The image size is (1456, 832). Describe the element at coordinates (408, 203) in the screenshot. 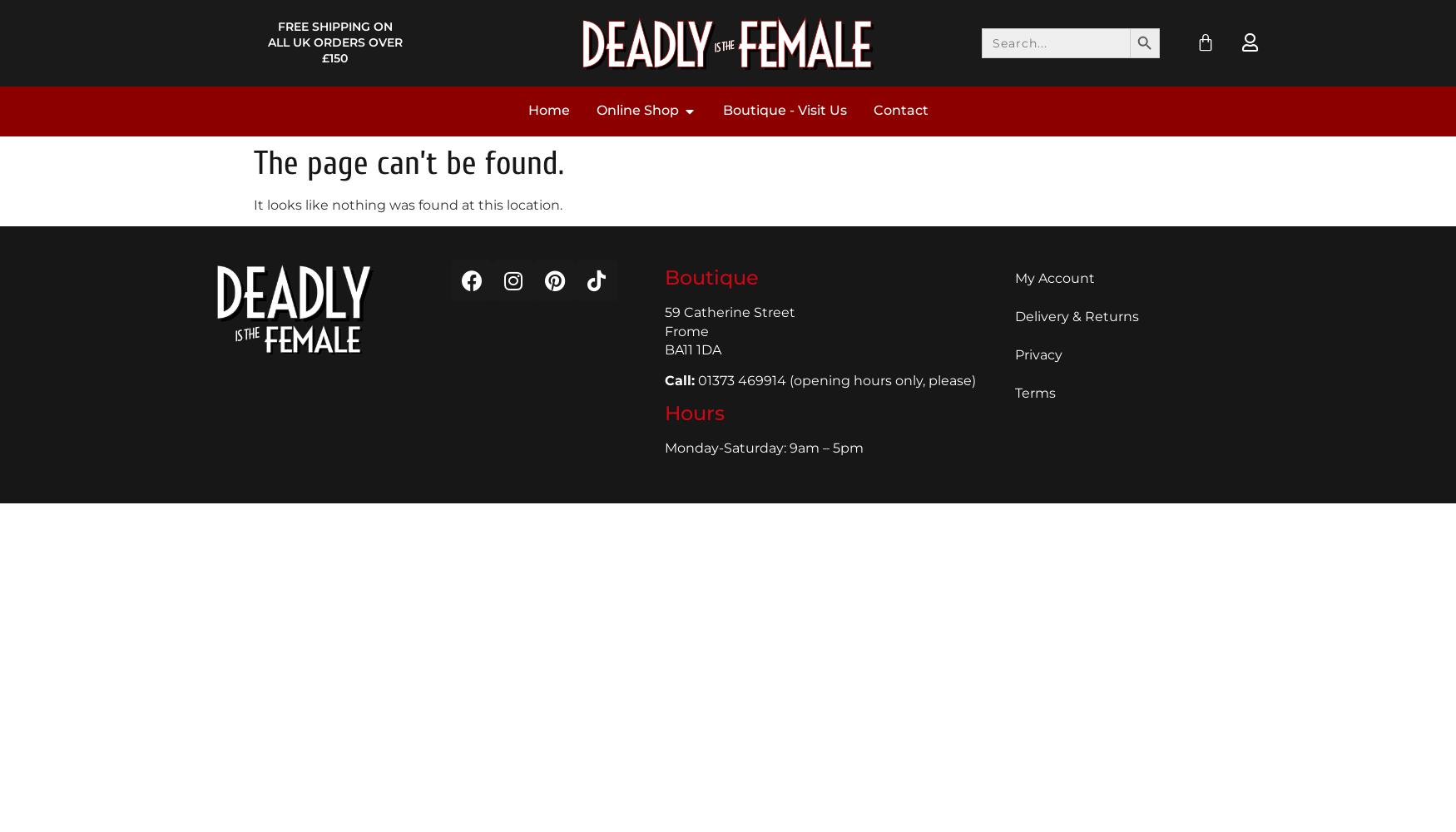

I see `'It looks like nothing was found at this location.'` at that location.